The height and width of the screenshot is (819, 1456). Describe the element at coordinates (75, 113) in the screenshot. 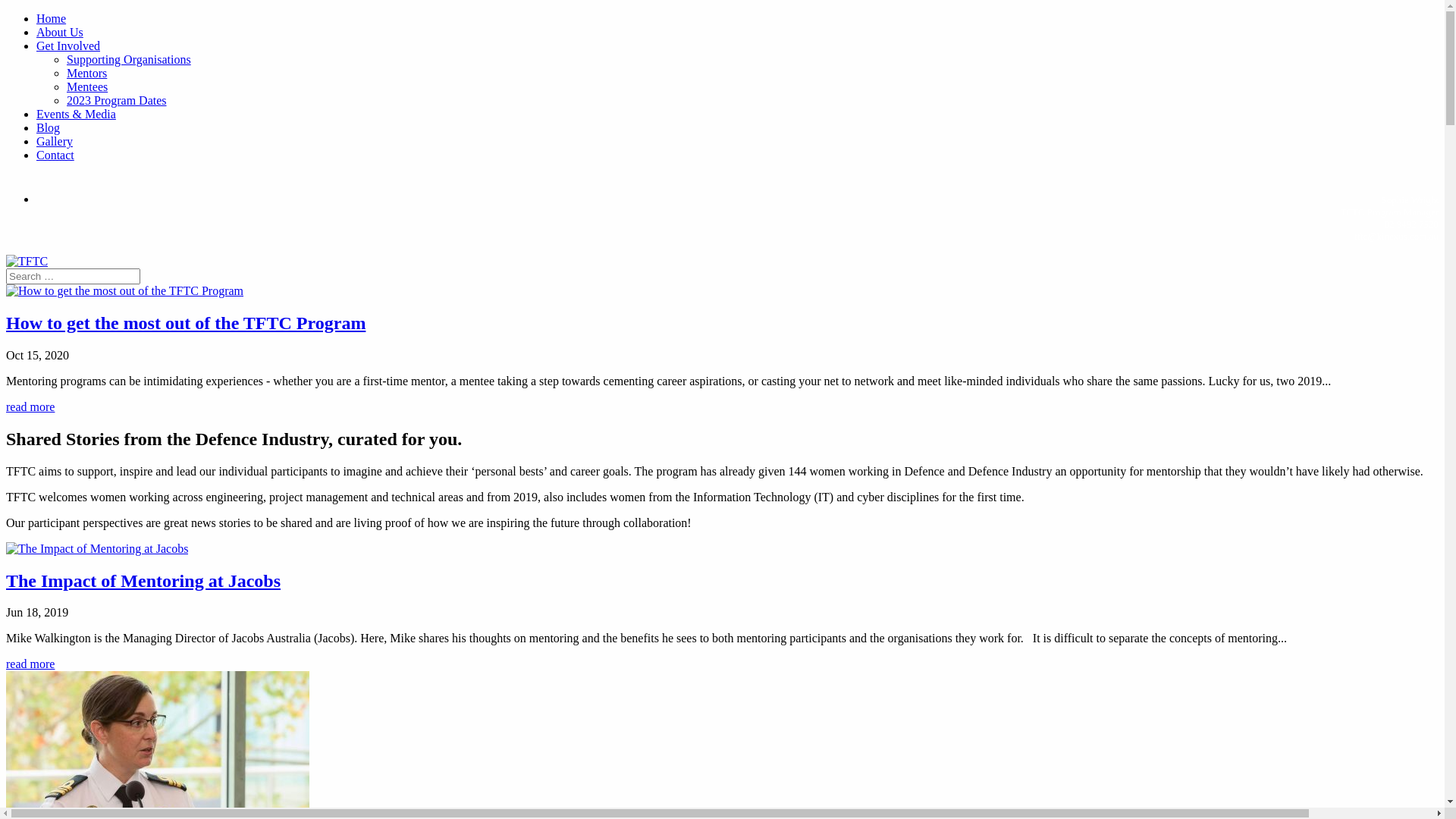

I see `'Events & Media'` at that location.